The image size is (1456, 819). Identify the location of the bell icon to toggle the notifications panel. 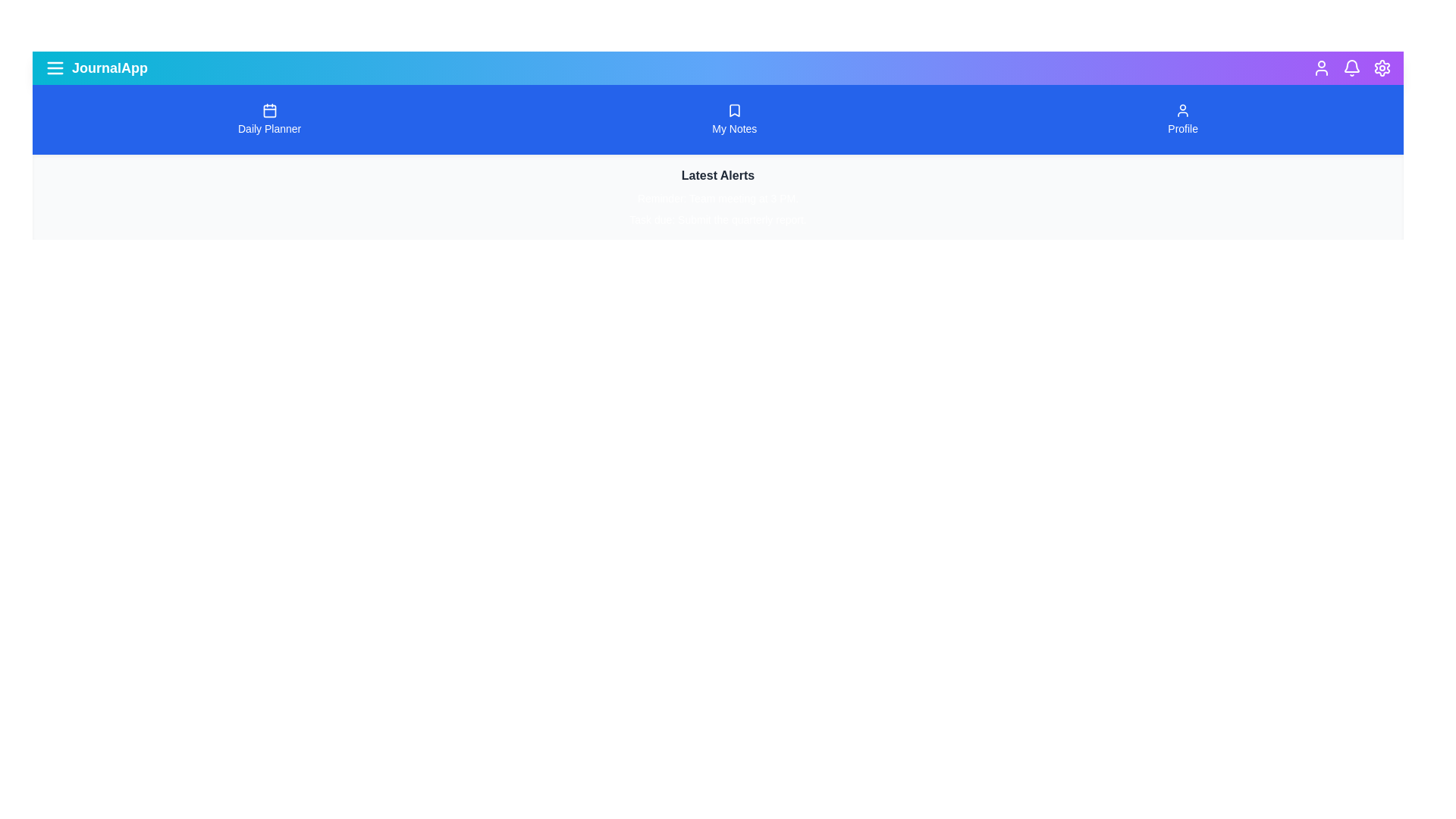
(1351, 67).